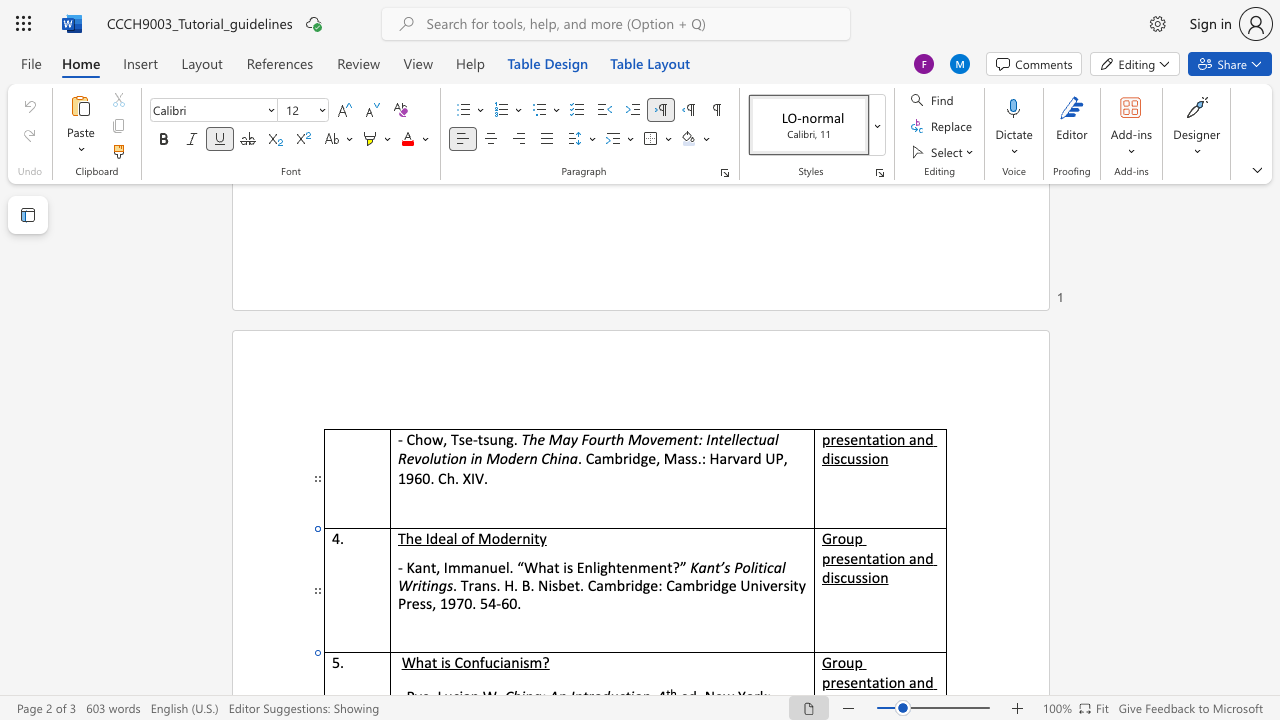 The image size is (1280, 720). Describe the element at coordinates (476, 567) in the screenshot. I see `the 2th character "a" in the text` at that location.